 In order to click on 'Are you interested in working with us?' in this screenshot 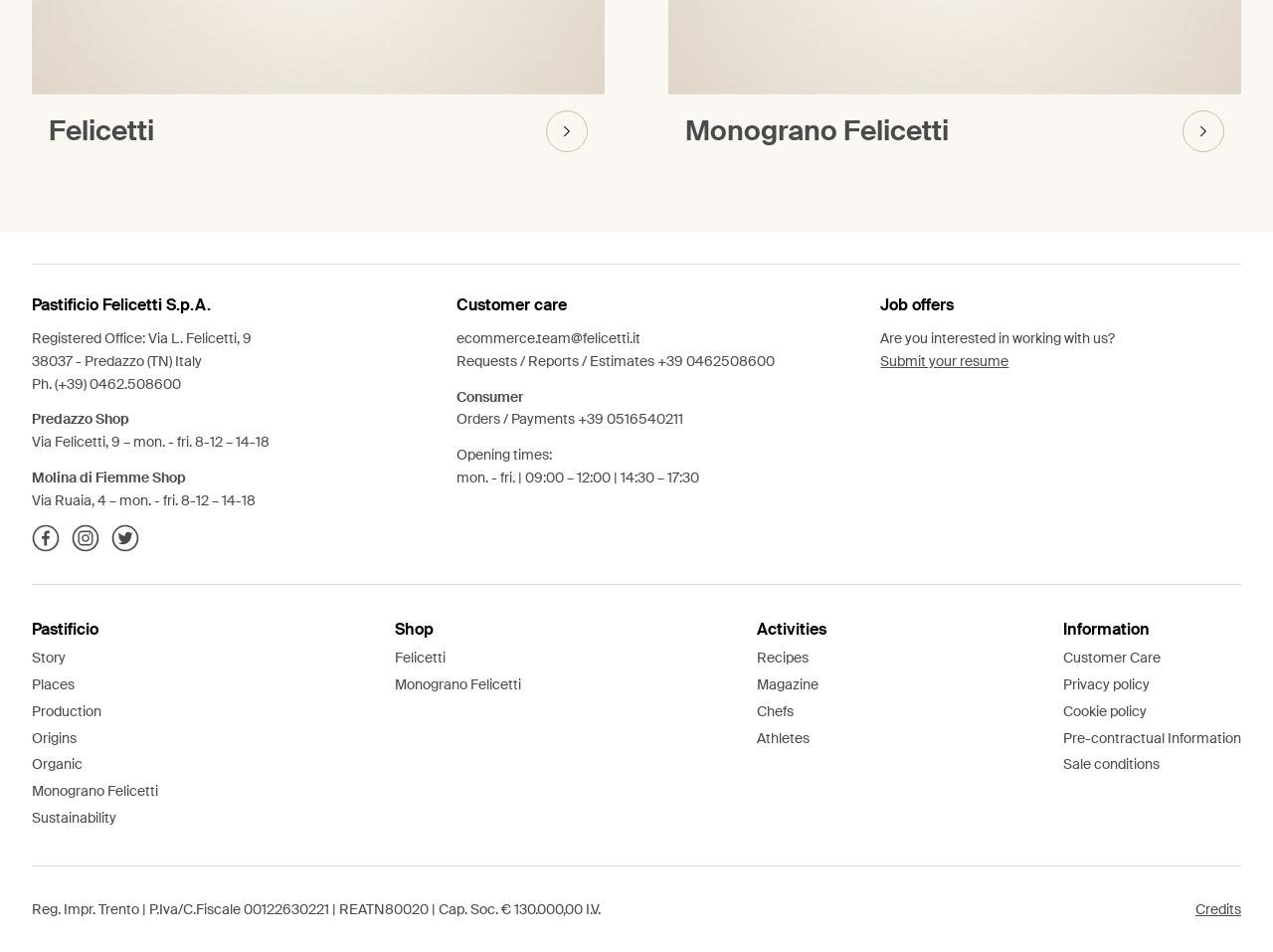, I will do `click(878, 338)`.